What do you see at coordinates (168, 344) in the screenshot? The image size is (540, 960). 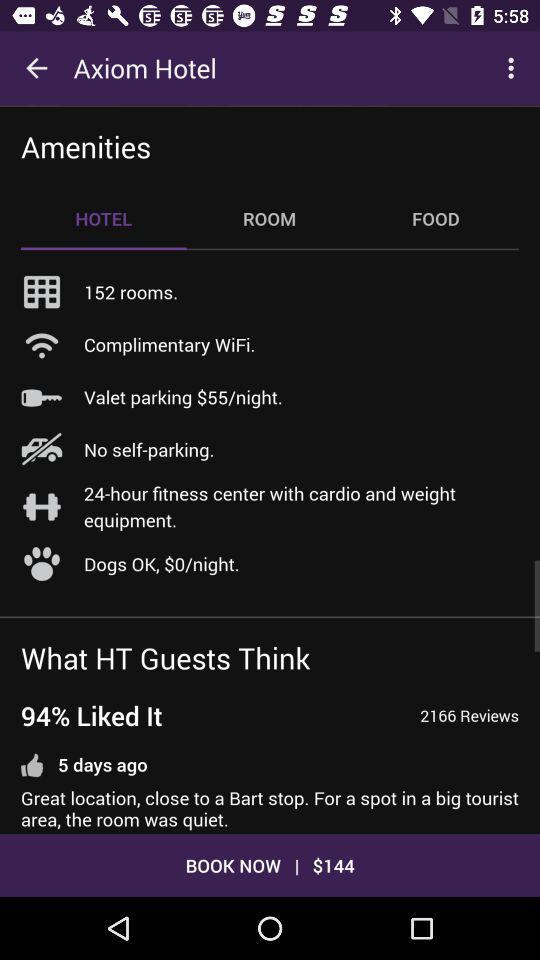 I see `the icon below 152 rooms. icon` at bounding box center [168, 344].